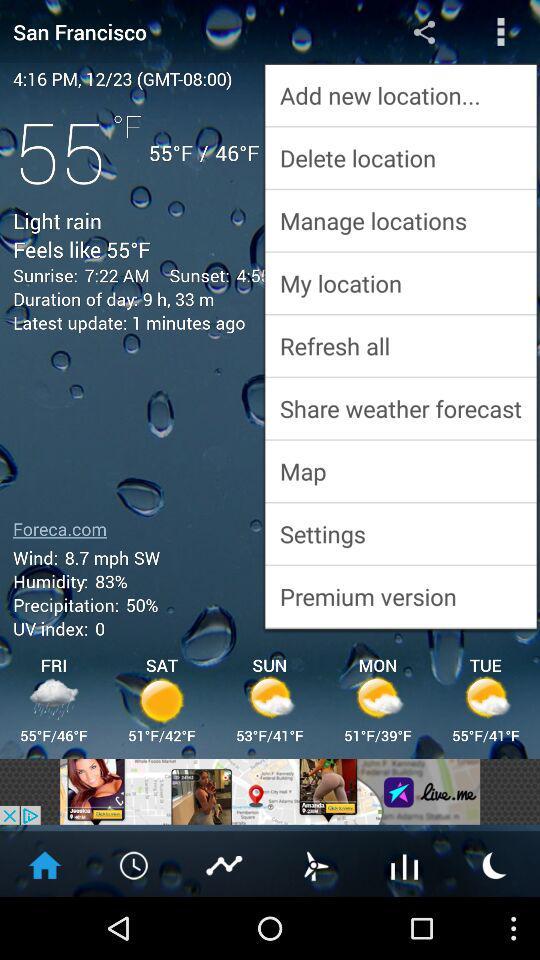 The width and height of the screenshot is (540, 960). What do you see at coordinates (400, 282) in the screenshot?
I see `my location app` at bounding box center [400, 282].